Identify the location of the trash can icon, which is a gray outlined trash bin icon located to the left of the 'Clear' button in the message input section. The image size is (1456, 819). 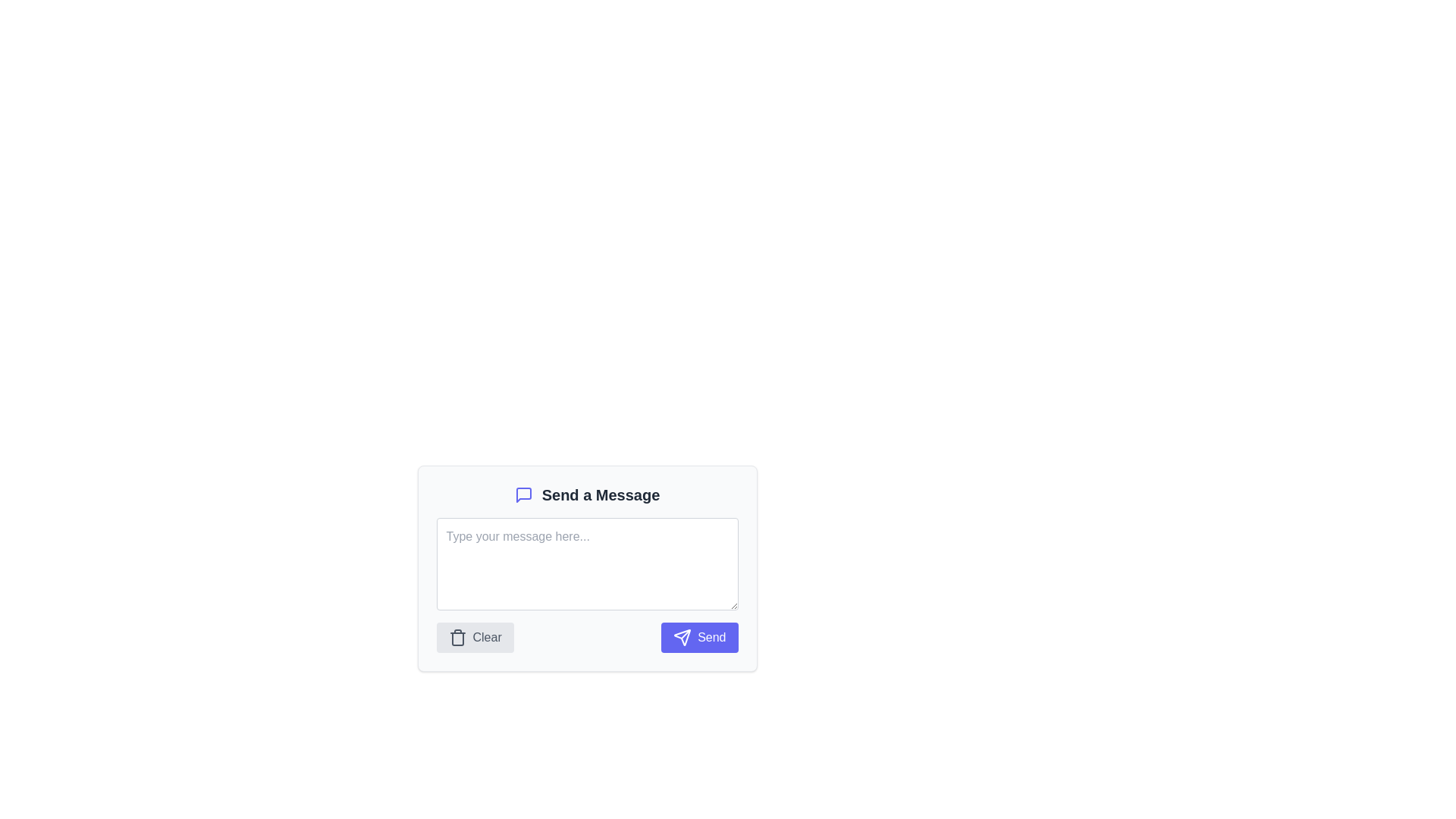
(457, 637).